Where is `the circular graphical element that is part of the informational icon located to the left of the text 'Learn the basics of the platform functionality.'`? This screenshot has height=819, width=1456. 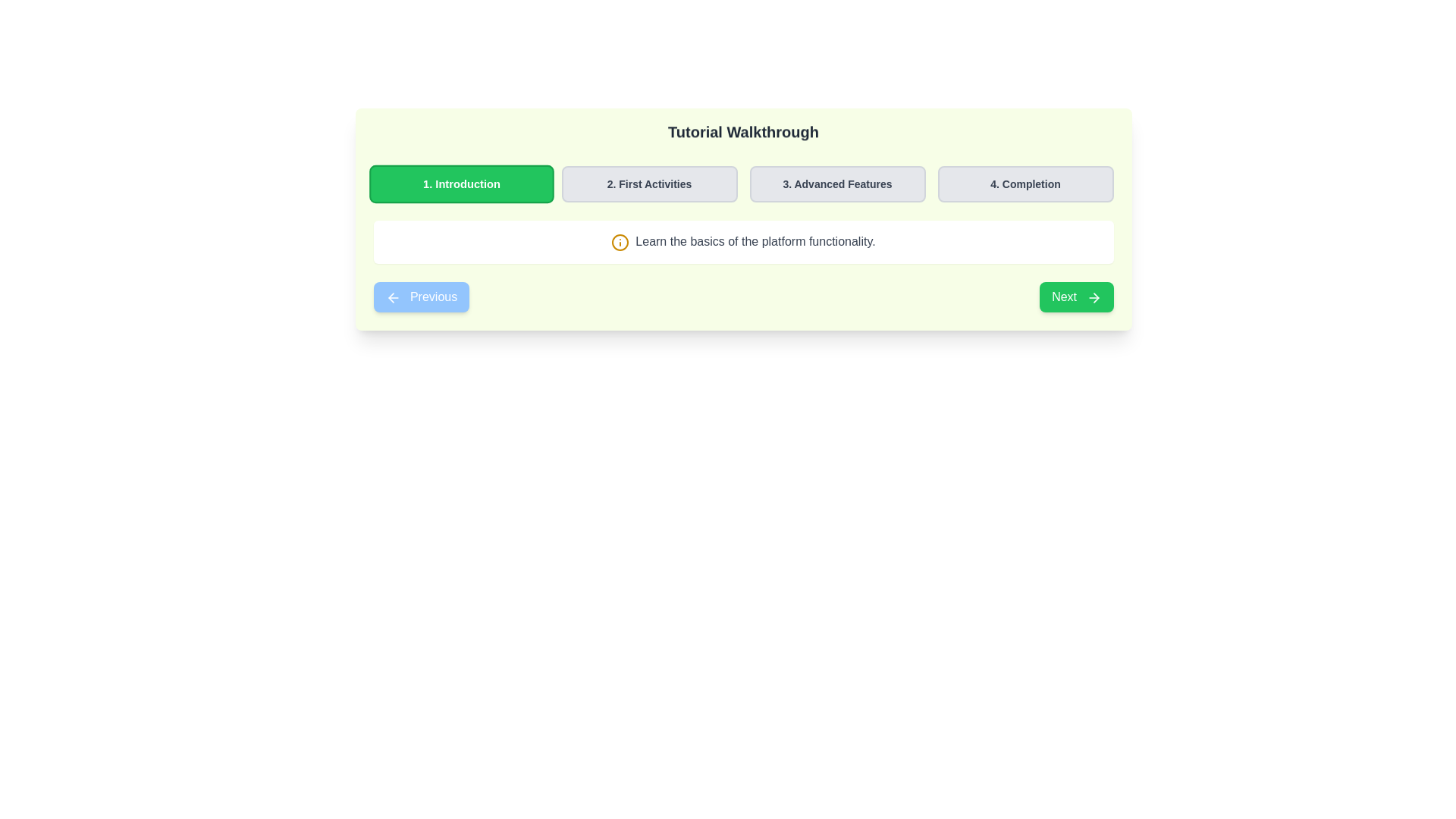
the circular graphical element that is part of the informational icon located to the left of the text 'Learn the basics of the platform functionality.' is located at coordinates (620, 241).